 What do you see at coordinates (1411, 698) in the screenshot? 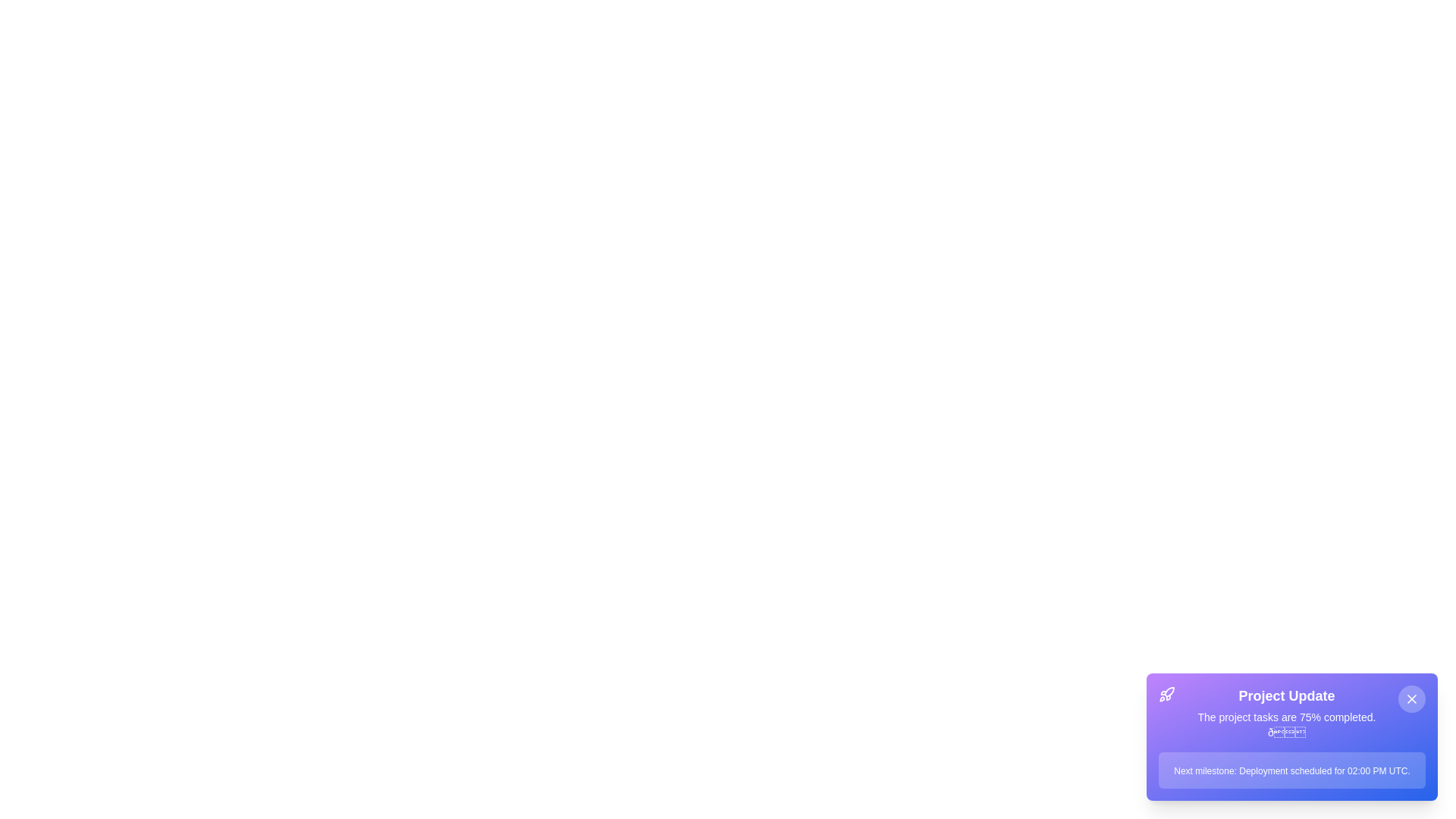
I see `the close button to dismiss the snackbar` at bounding box center [1411, 698].